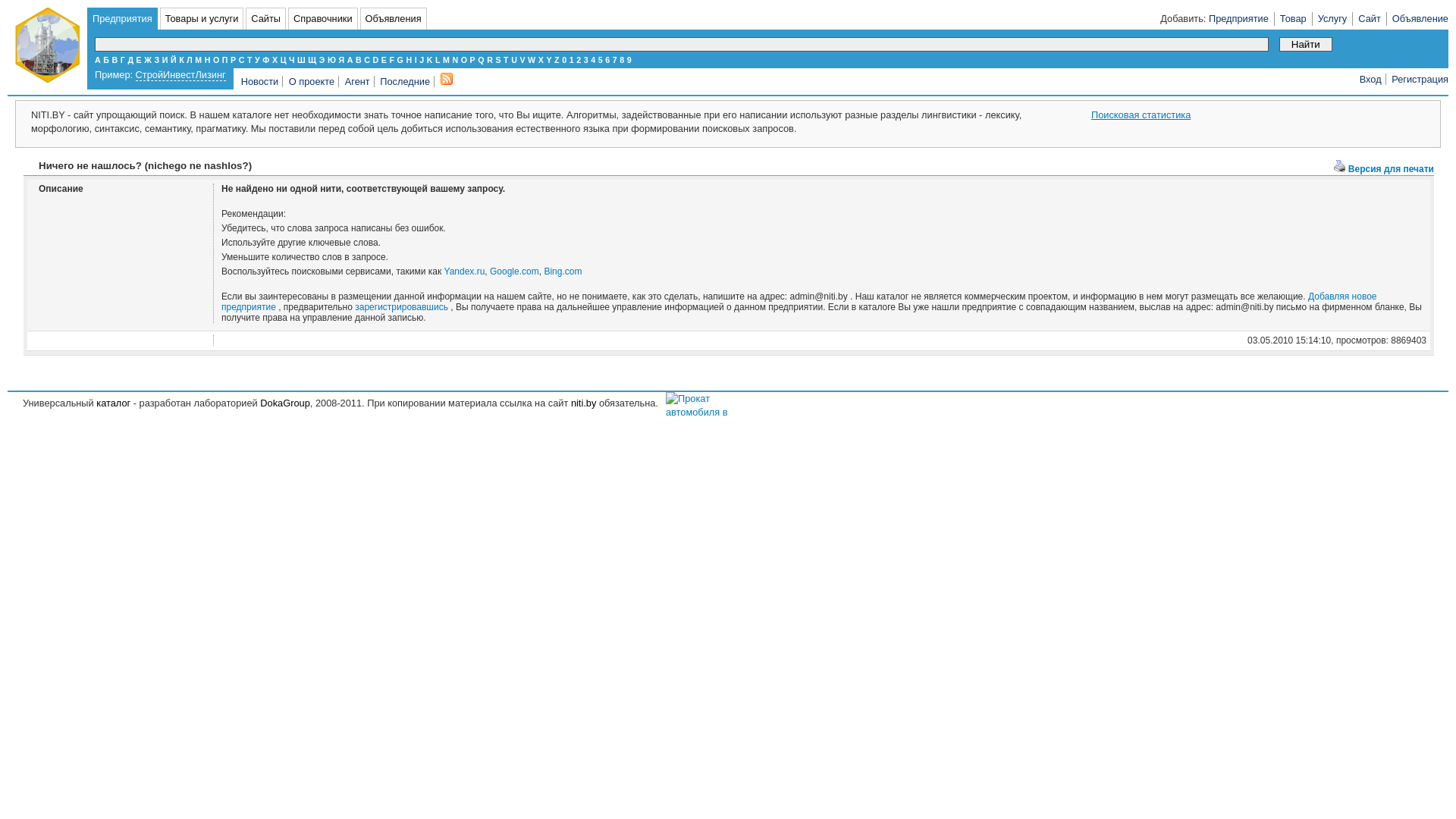 The height and width of the screenshot is (819, 1456). What do you see at coordinates (519, 58) in the screenshot?
I see `'V'` at bounding box center [519, 58].